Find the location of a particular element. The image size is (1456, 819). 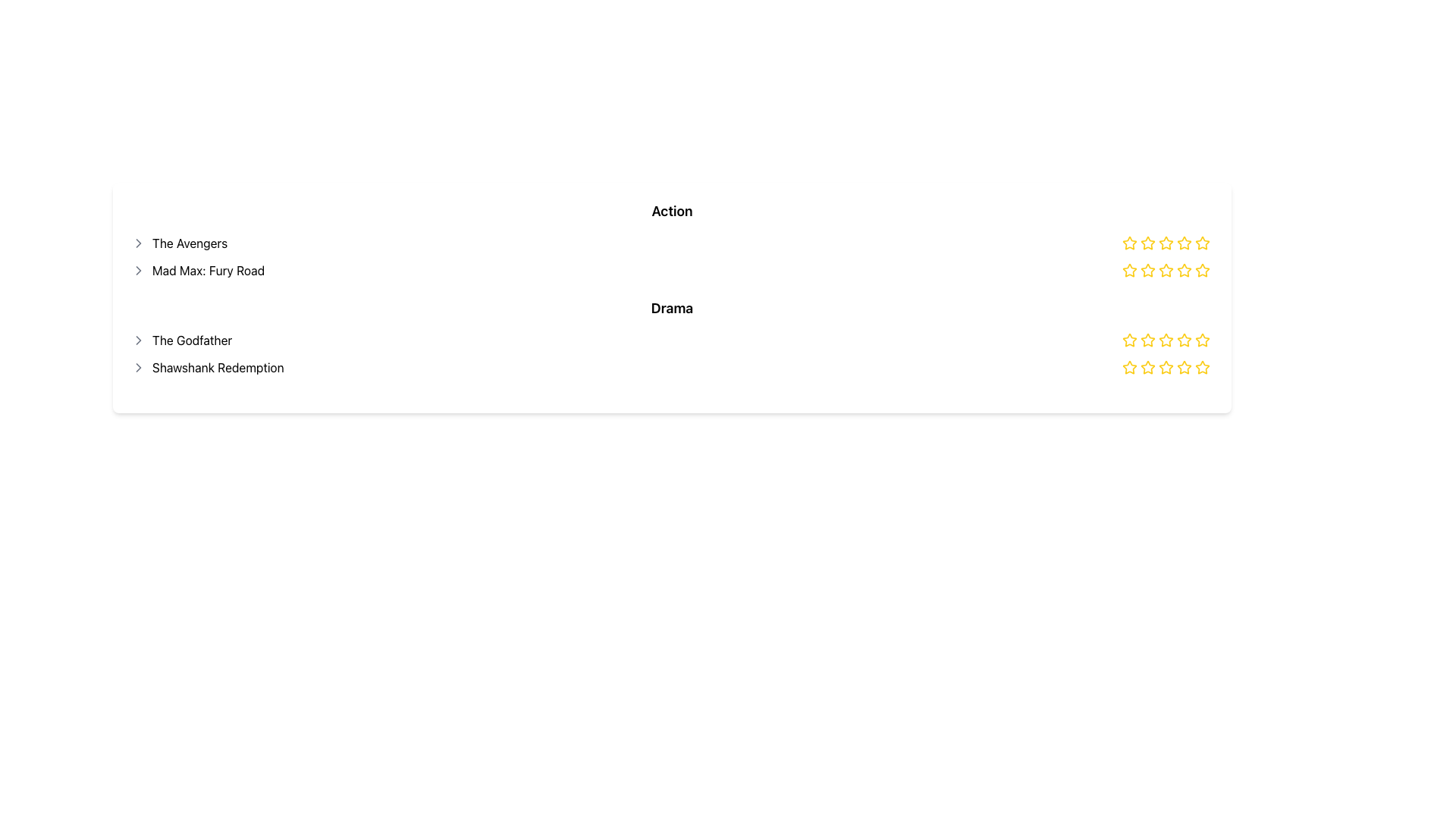

the fifth star icon in the star rating mechanism for the 'Shawshank Redemption' movie is located at coordinates (1183, 368).